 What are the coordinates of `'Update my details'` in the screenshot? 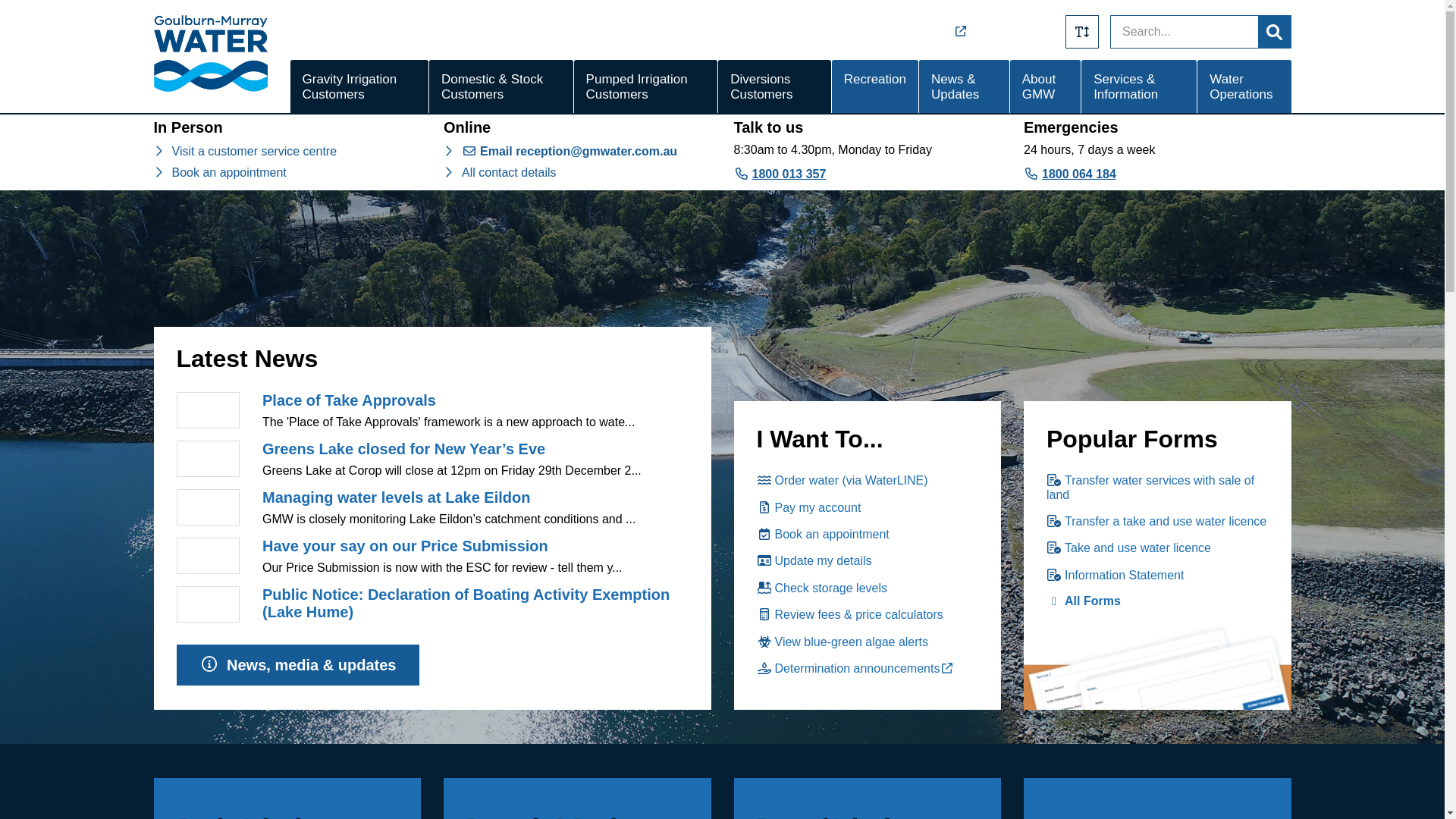 It's located at (814, 560).